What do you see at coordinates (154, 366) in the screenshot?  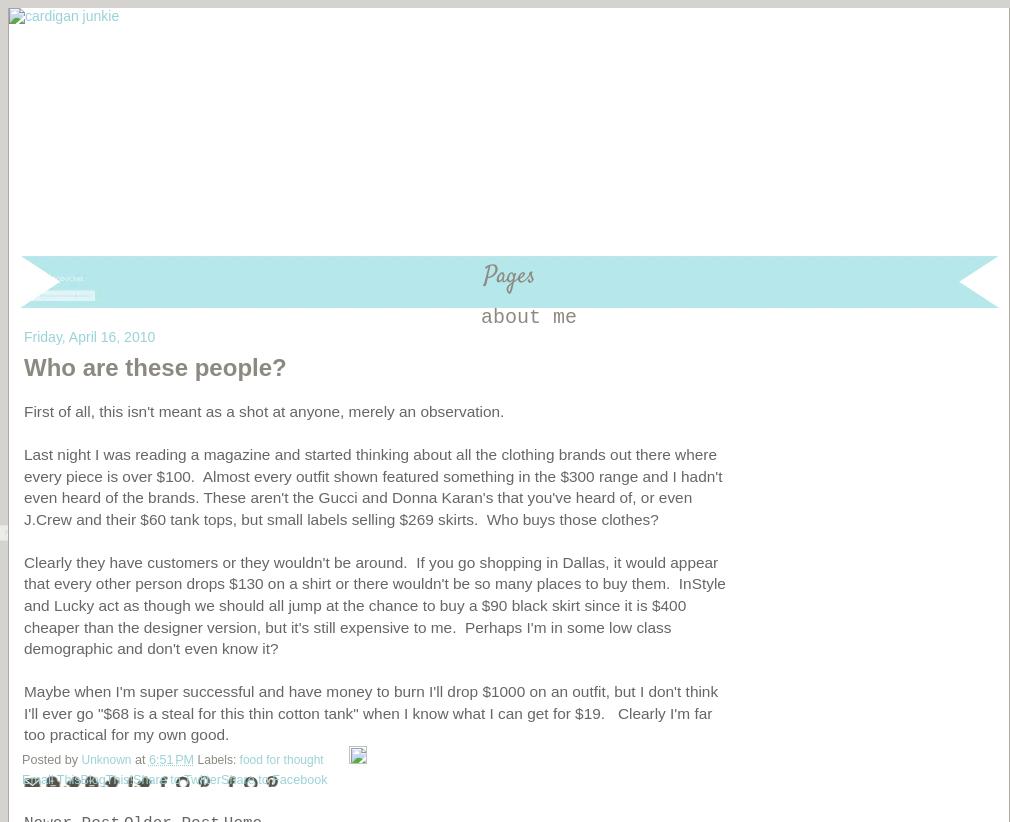 I see `'Who are these people?'` at bounding box center [154, 366].